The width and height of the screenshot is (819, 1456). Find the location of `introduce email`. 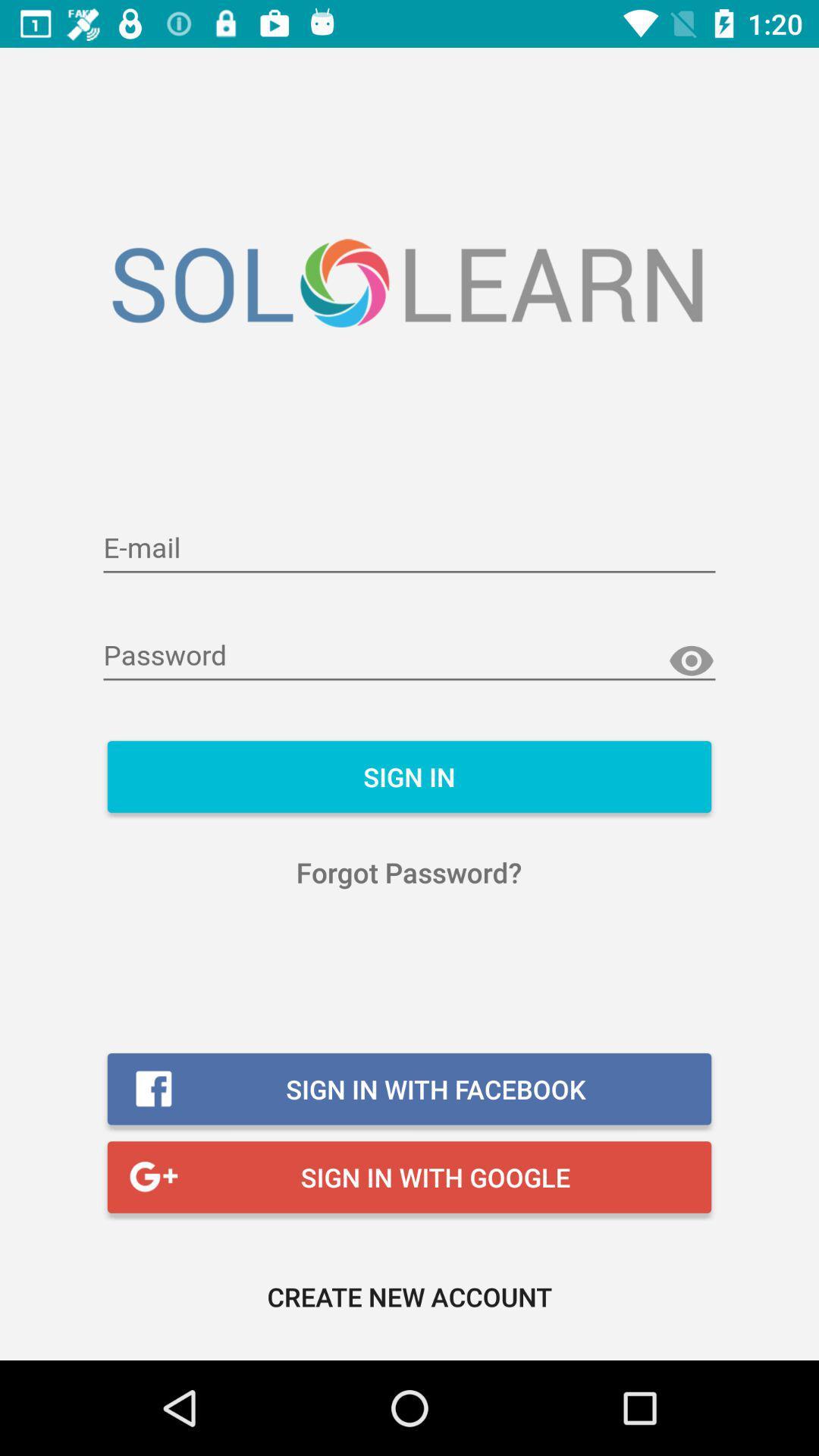

introduce email is located at coordinates (409, 548).